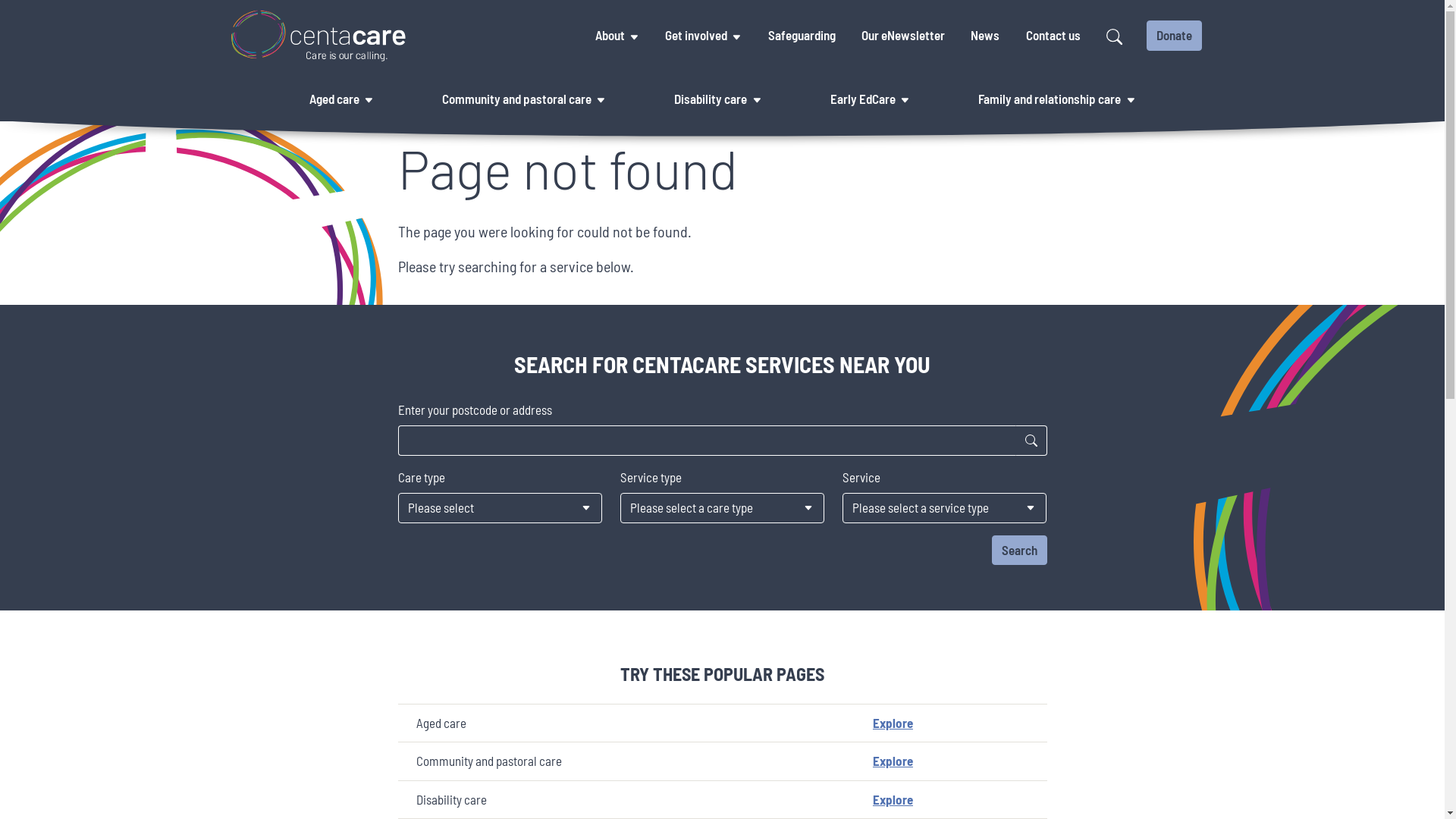 This screenshot has width=1456, height=819. What do you see at coordinates (827, 99) in the screenshot?
I see `'Early EdCare'` at bounding box center [827, 99].